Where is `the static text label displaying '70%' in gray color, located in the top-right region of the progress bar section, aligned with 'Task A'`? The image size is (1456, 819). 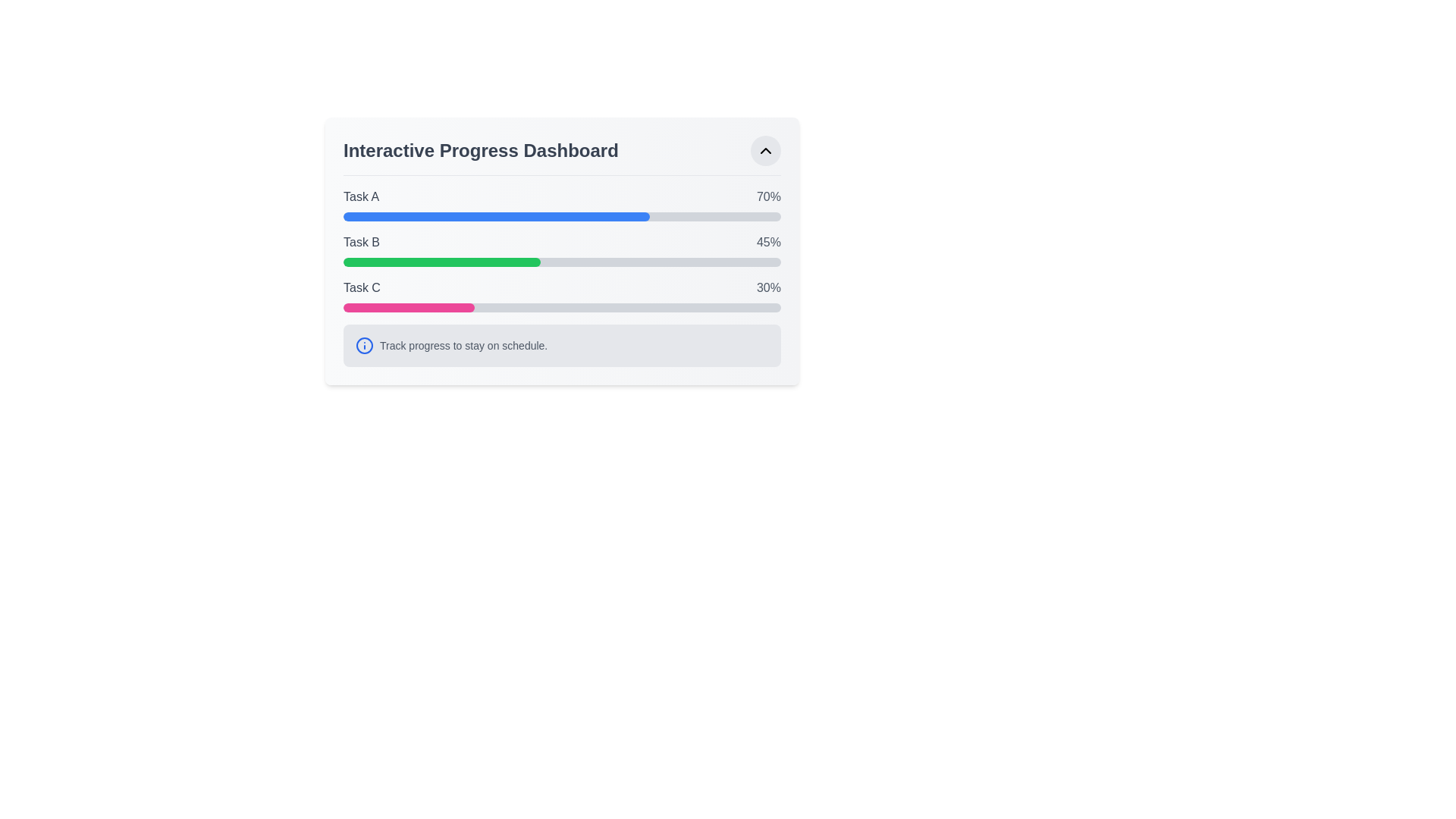
the static text label displaying '70%' in gray color, located in the top-right region of the progress bar section, aligned with 'Task A' is located at coordinates (768, 196).